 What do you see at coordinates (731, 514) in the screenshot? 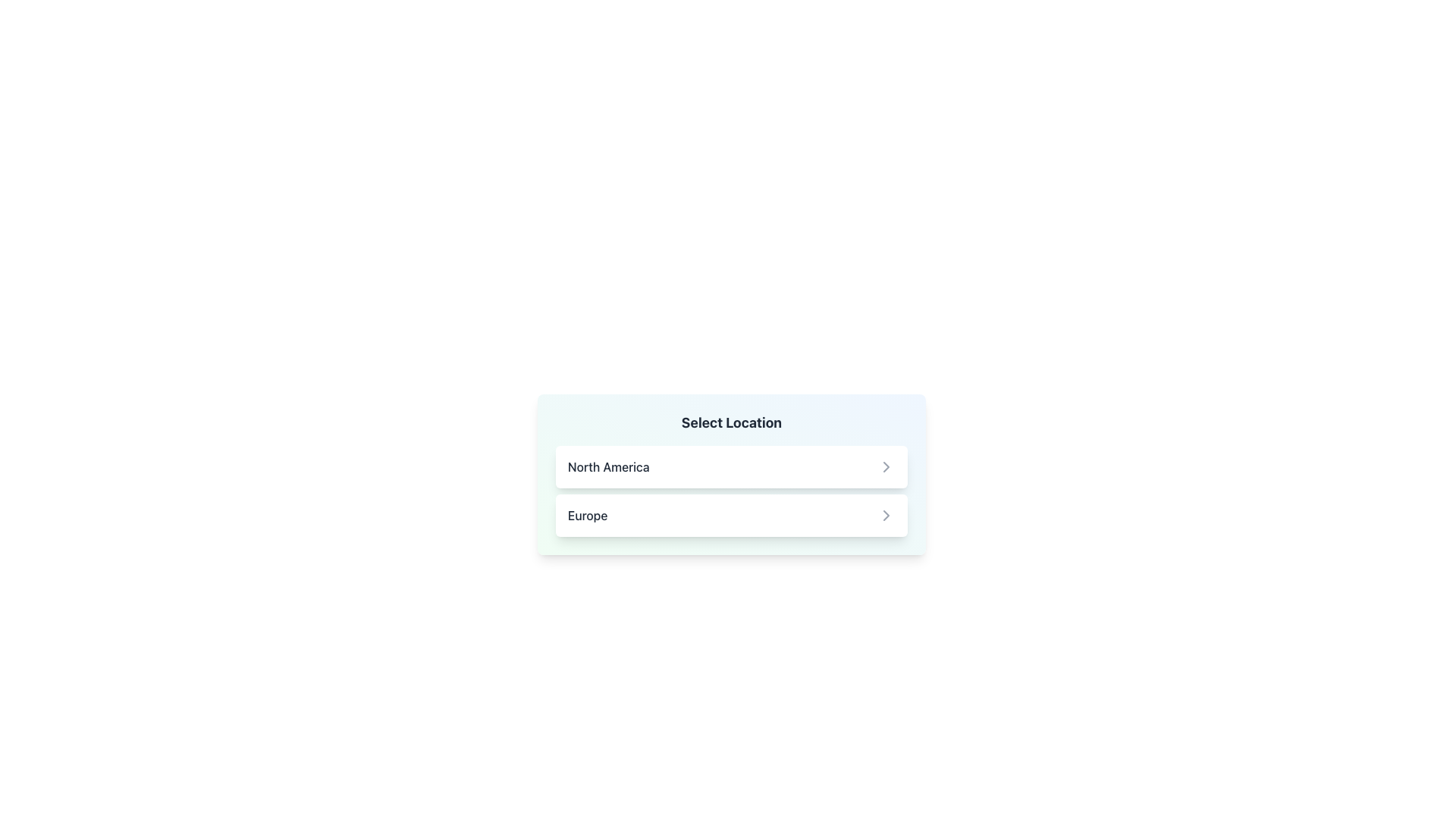
I see `the 'Europe' location list item, which is the second item in a vertical list beneath 'North America'` at bounding box center [731, 514].